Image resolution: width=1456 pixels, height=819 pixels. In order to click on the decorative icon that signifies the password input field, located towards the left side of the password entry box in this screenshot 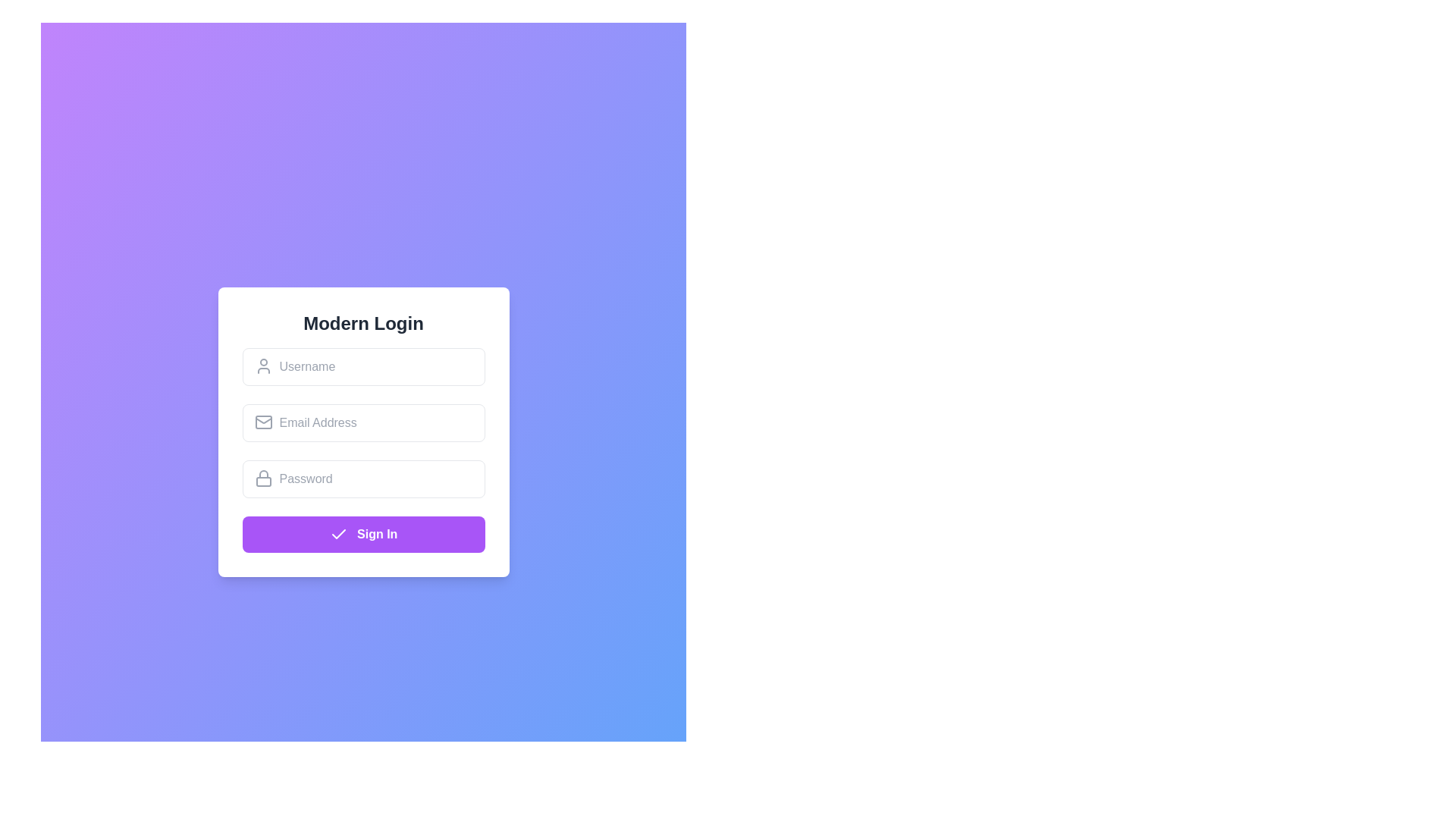, I will do `click(263, 478)`.